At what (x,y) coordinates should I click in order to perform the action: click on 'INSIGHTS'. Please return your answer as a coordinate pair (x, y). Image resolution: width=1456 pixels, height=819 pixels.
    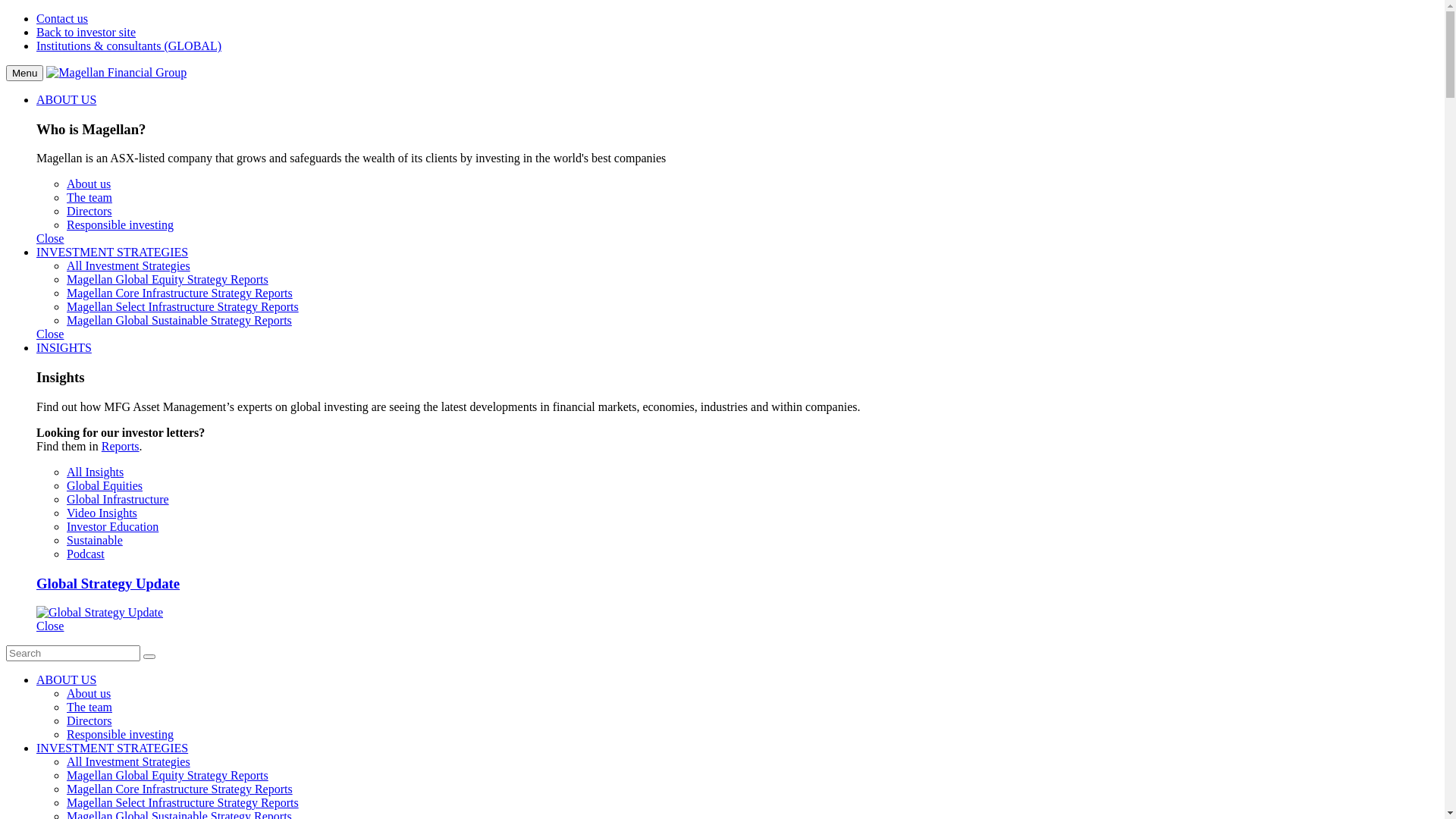
    Looking at the image, I should click on (63, 347).